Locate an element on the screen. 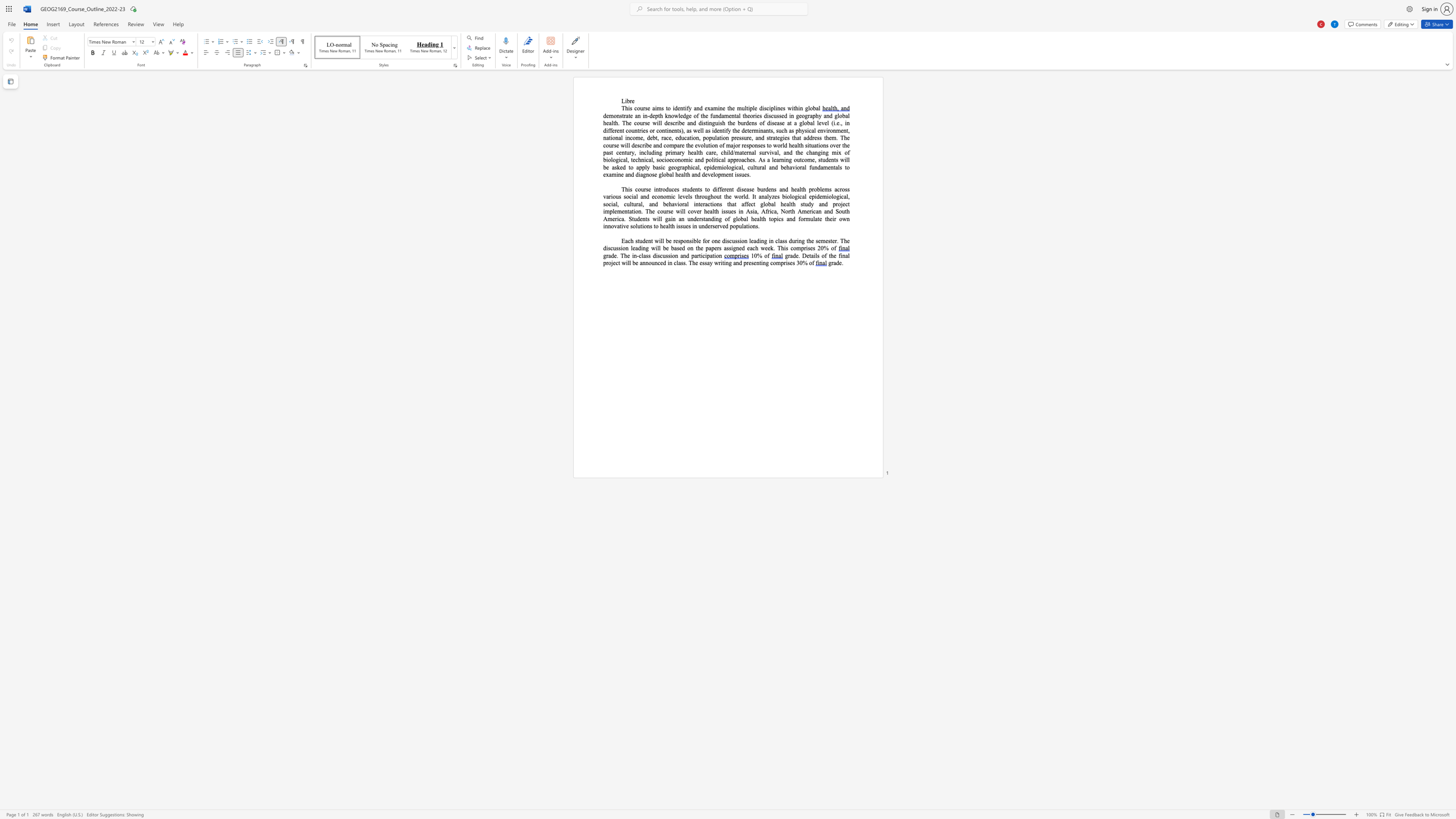 The height and width of the screenshot is (819, 1456). the 1th character "p" in the text is located at coordinates (719, 174).